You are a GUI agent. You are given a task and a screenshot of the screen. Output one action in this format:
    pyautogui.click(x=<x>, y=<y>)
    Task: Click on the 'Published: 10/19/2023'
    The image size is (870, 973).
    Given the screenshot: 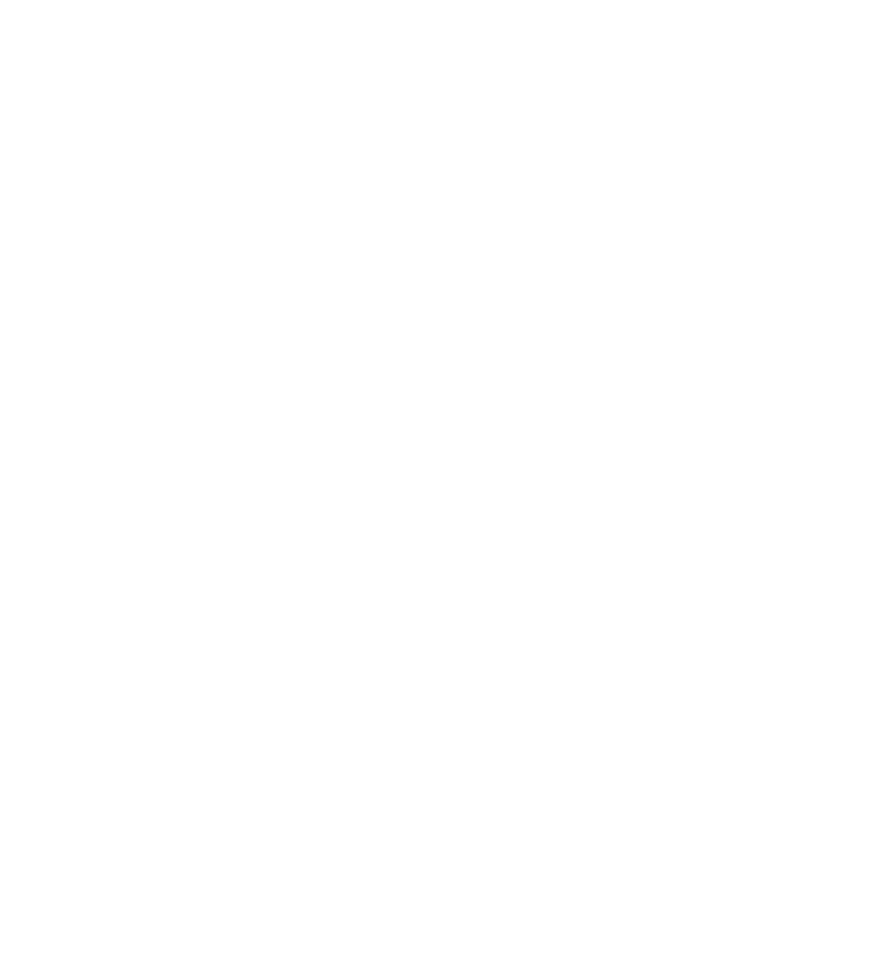 What is the action you would take?
    pyautogui.click(x=422, y=838)
    